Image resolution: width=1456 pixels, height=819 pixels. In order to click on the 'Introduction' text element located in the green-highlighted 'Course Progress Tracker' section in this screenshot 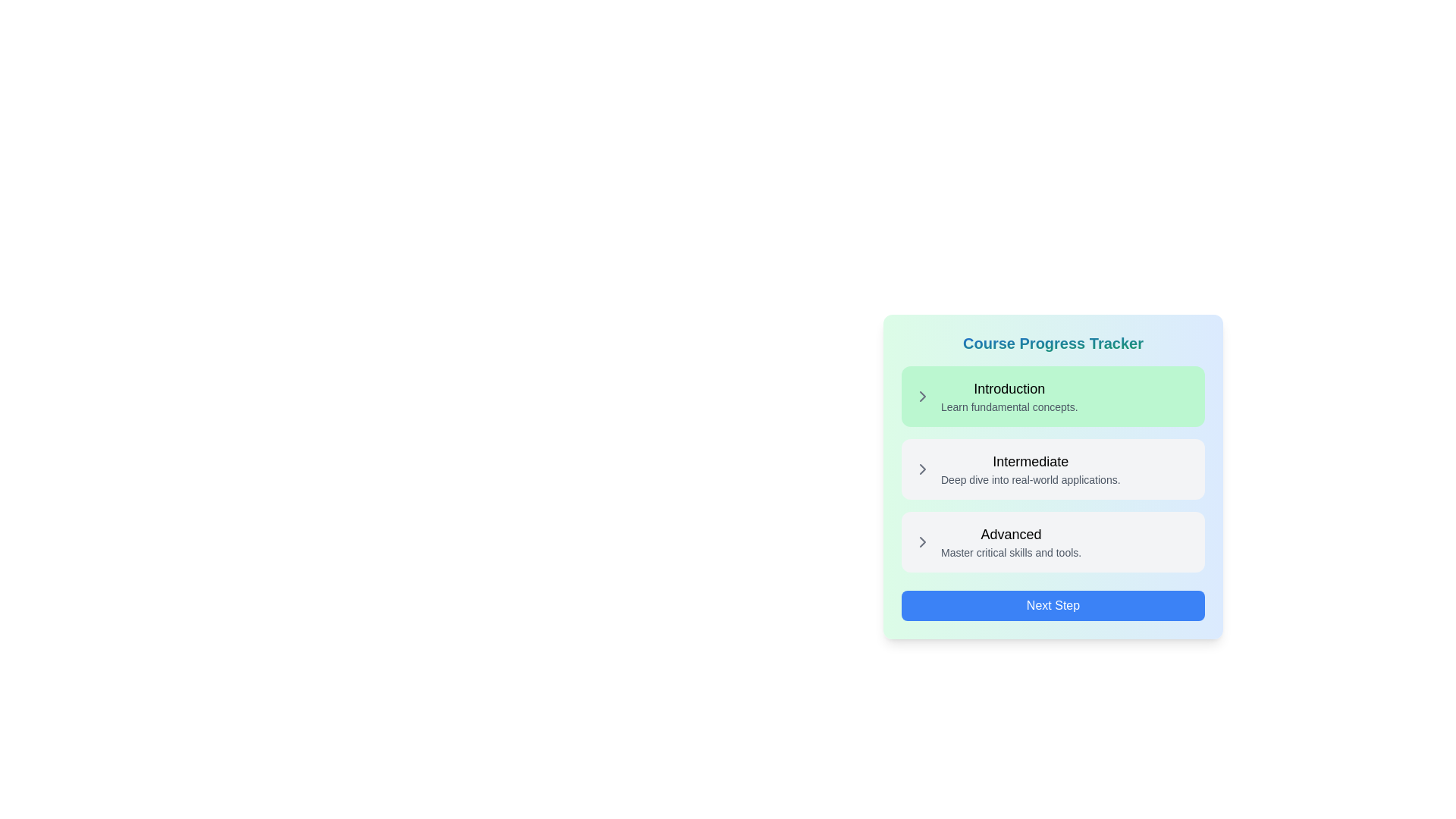, I will do `click(1009, 388)`.